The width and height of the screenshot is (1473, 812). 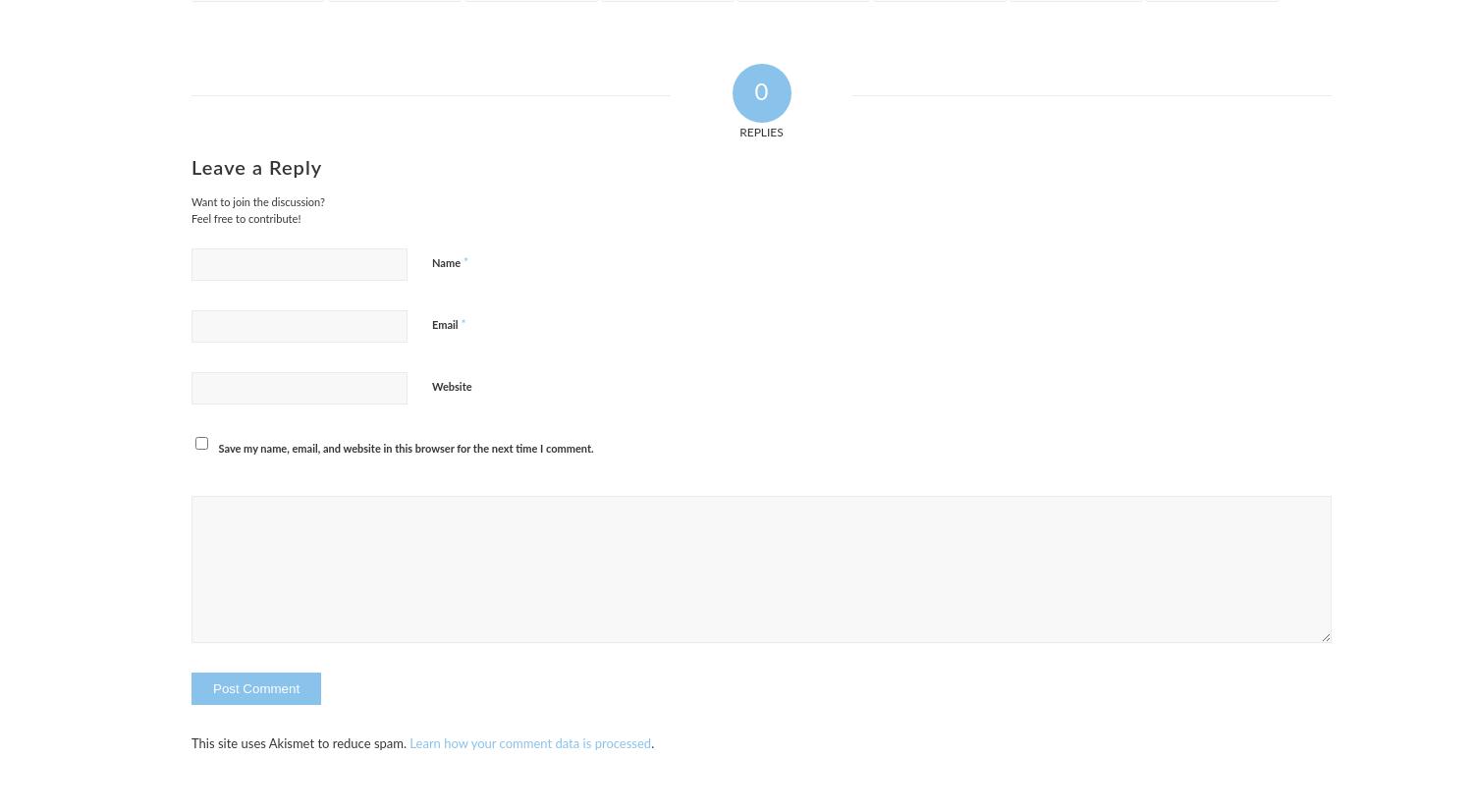 I want to click on 'Email', so click(x=445, y=324).